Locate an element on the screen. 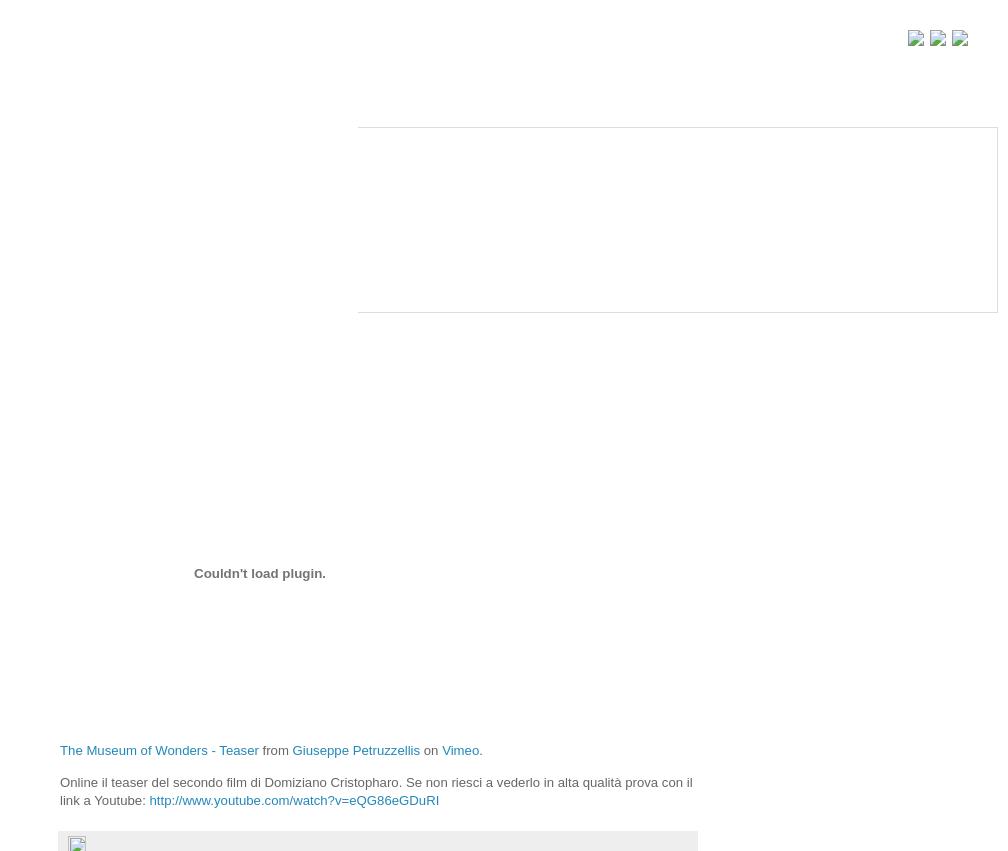 The image size is (1008, 851). 'The Museum of Wonders: teaser!' is located at coordinates (59, 397).